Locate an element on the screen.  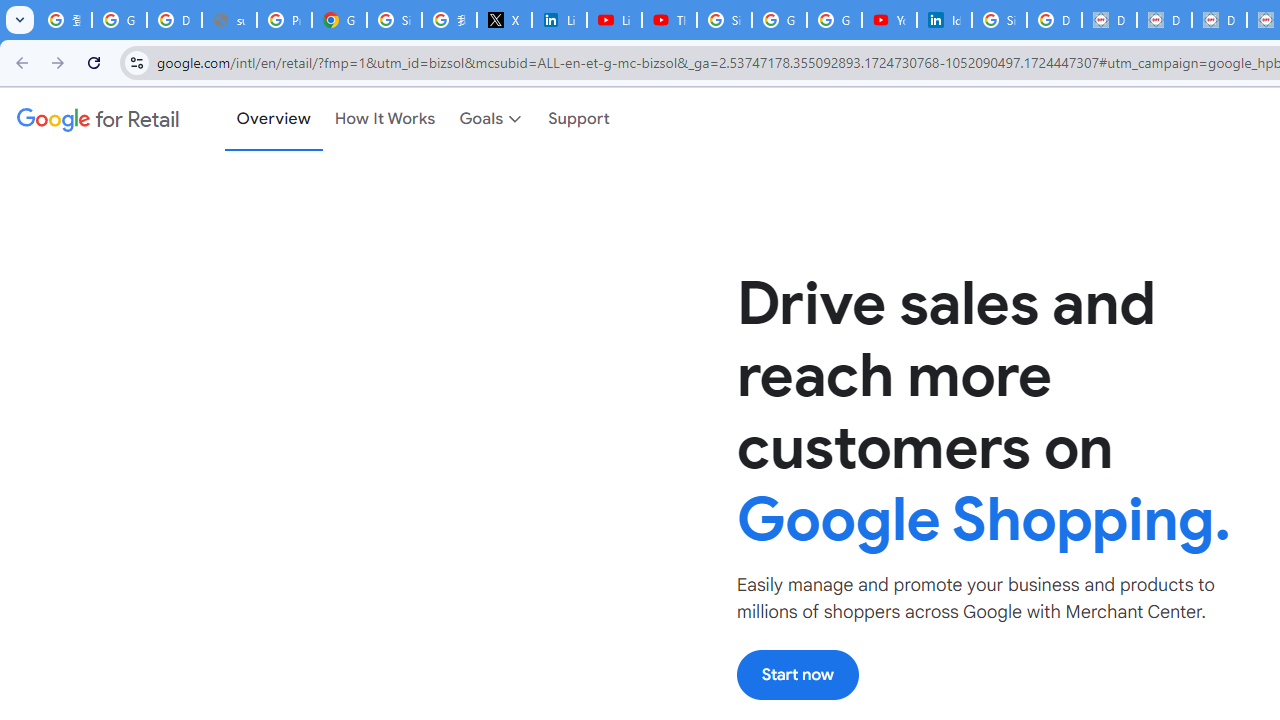
'How It Works' is located at coordinates (385, 119).